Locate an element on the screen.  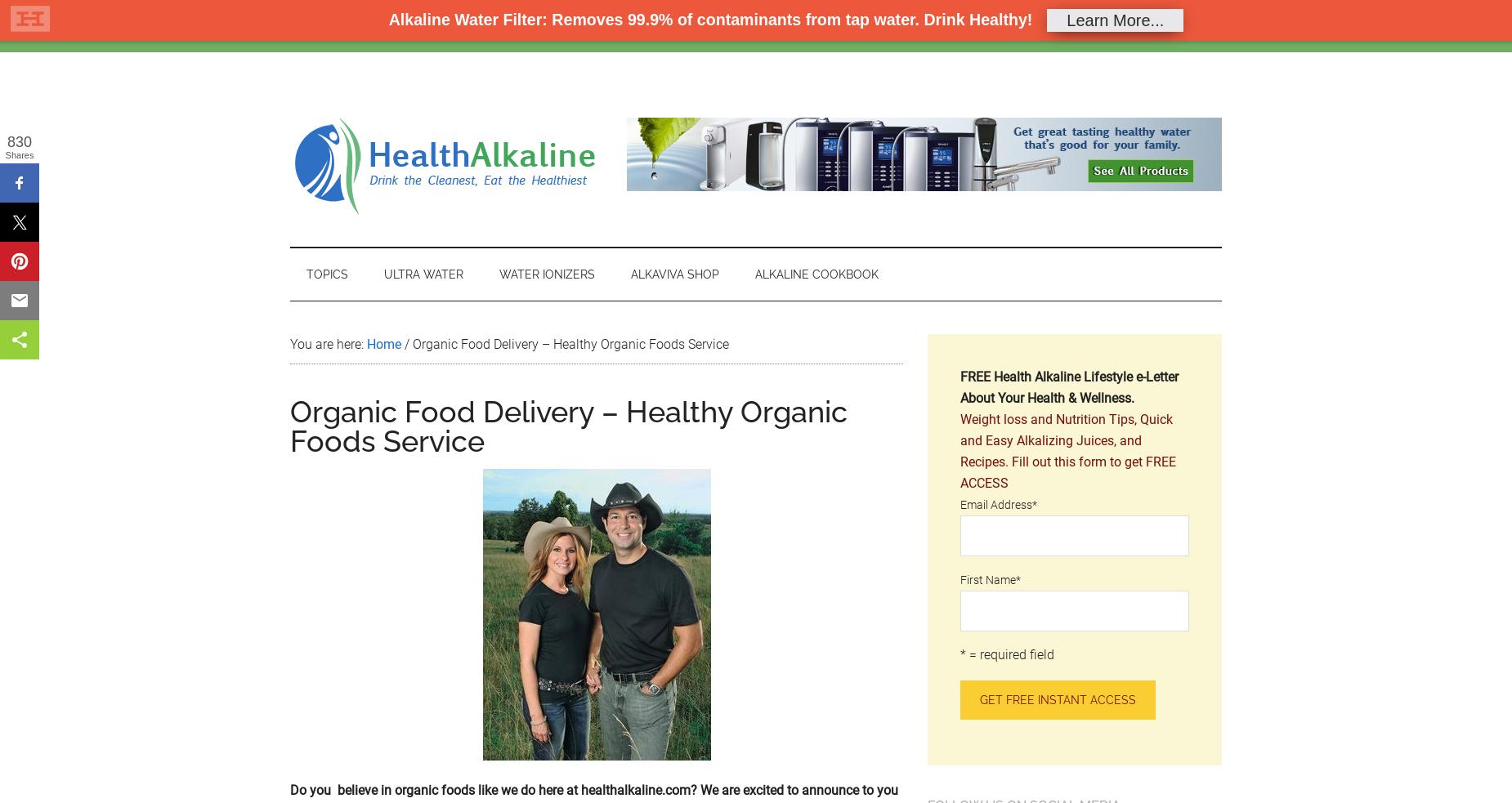
'Ultra Water' is located at coordinates (384, 273).